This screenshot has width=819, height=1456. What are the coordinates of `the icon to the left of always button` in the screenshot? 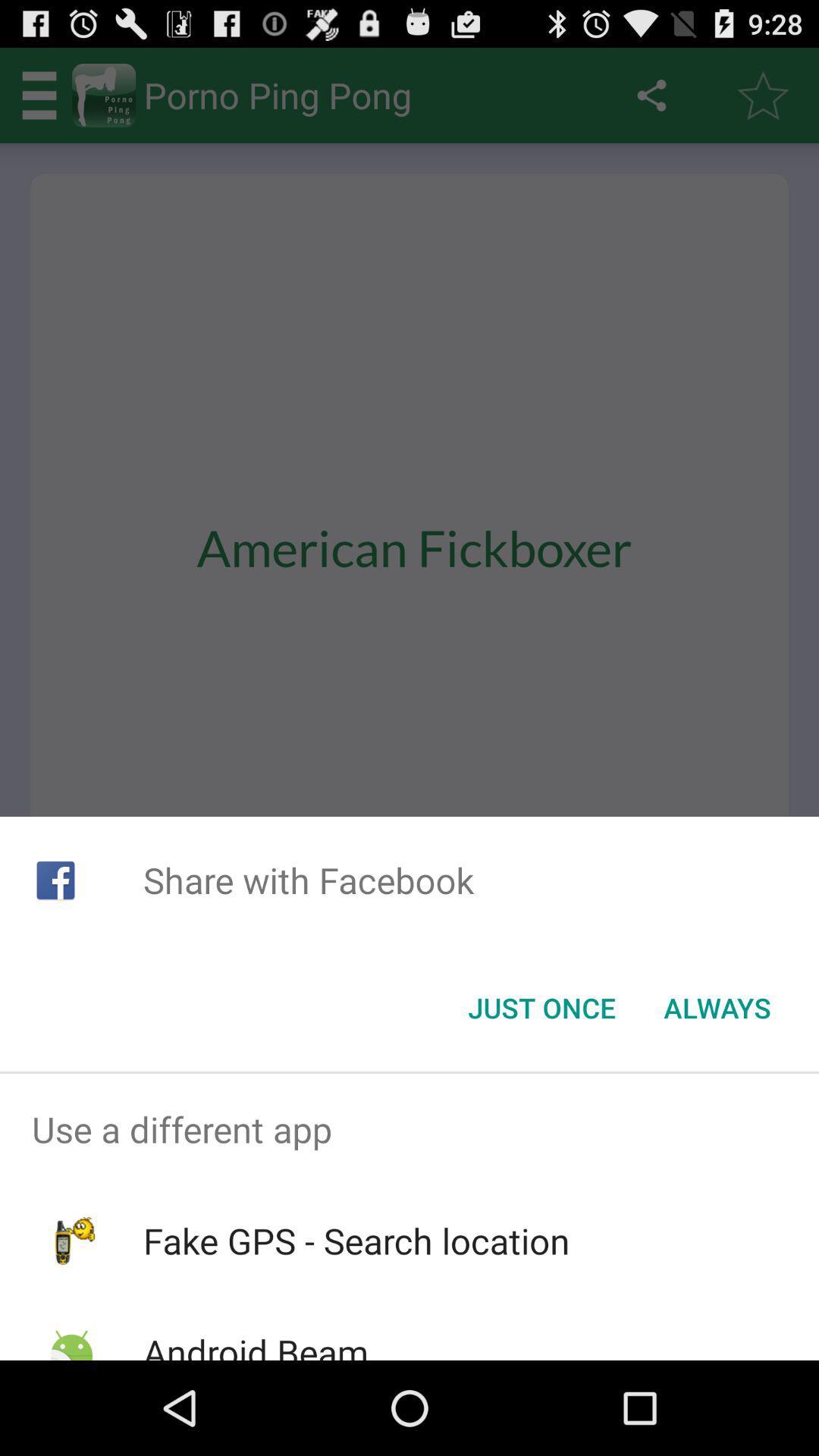 It's located at (541, 1008).